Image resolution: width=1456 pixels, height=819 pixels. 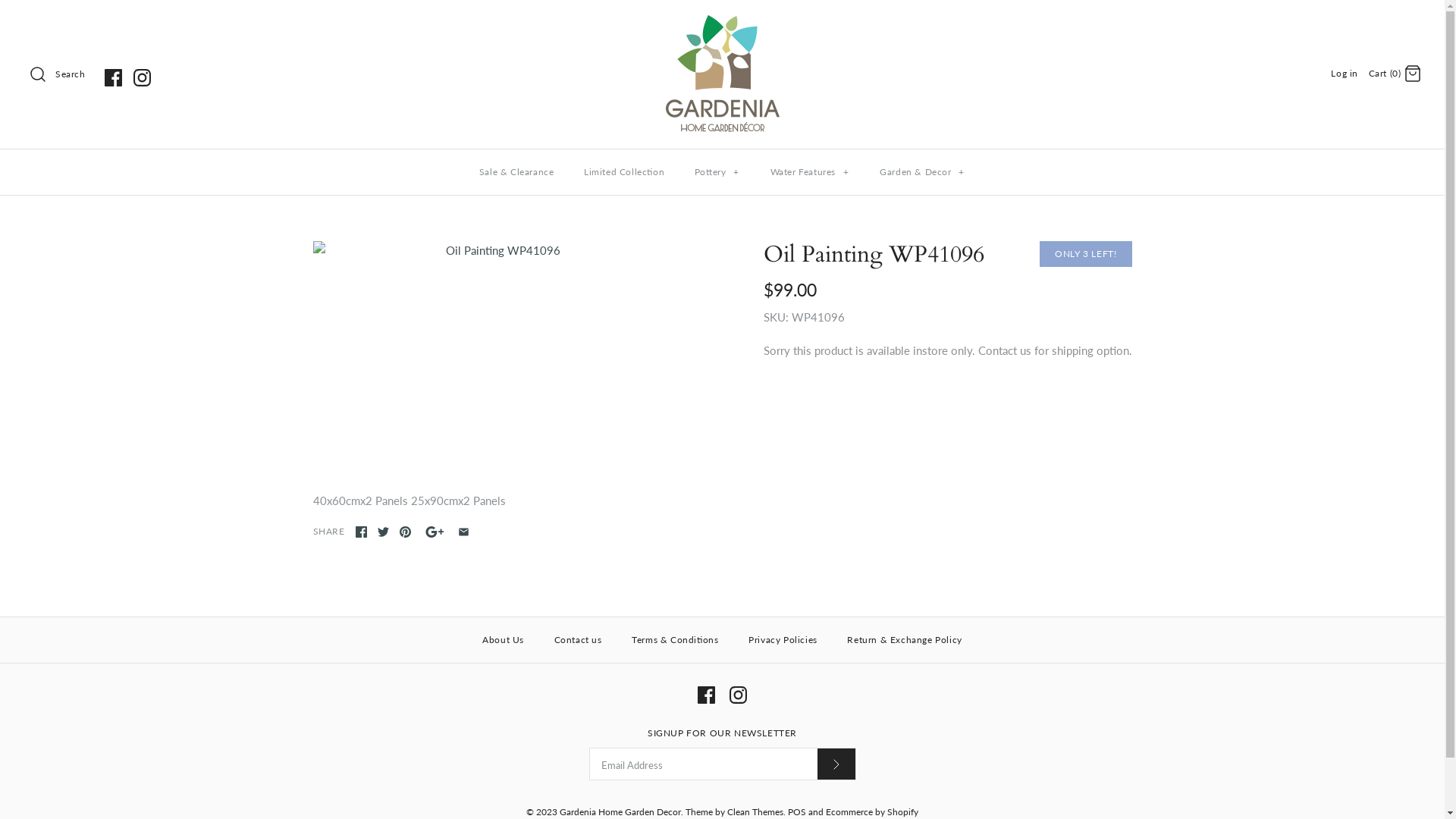 What do you see at coordinates (516, 171) in the screenshot?
I see `'Sale & Clearance'` at bounding box center [516, 171].